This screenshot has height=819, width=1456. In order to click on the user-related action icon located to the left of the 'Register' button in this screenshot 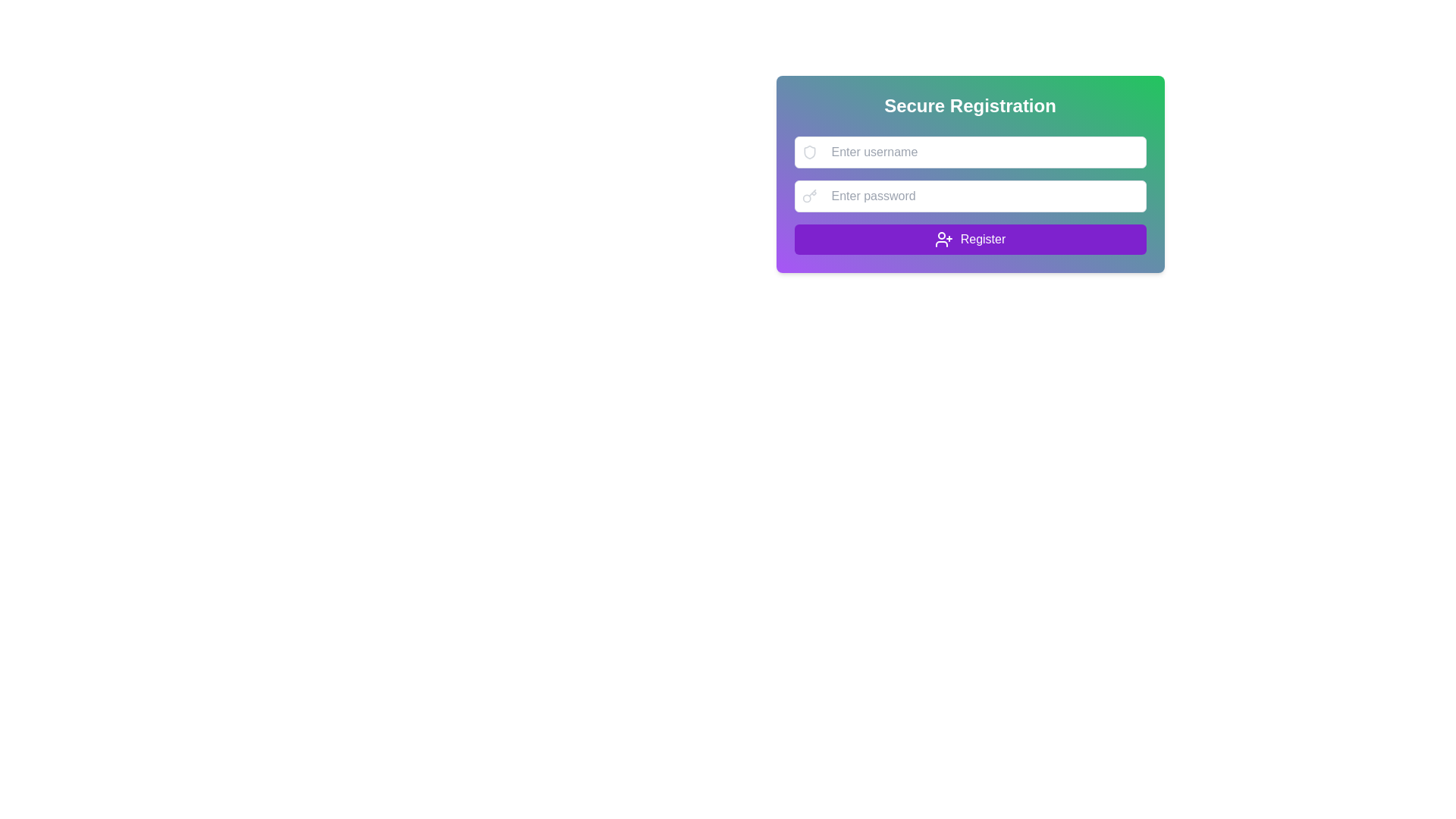, I will do `click(943, 239)`.